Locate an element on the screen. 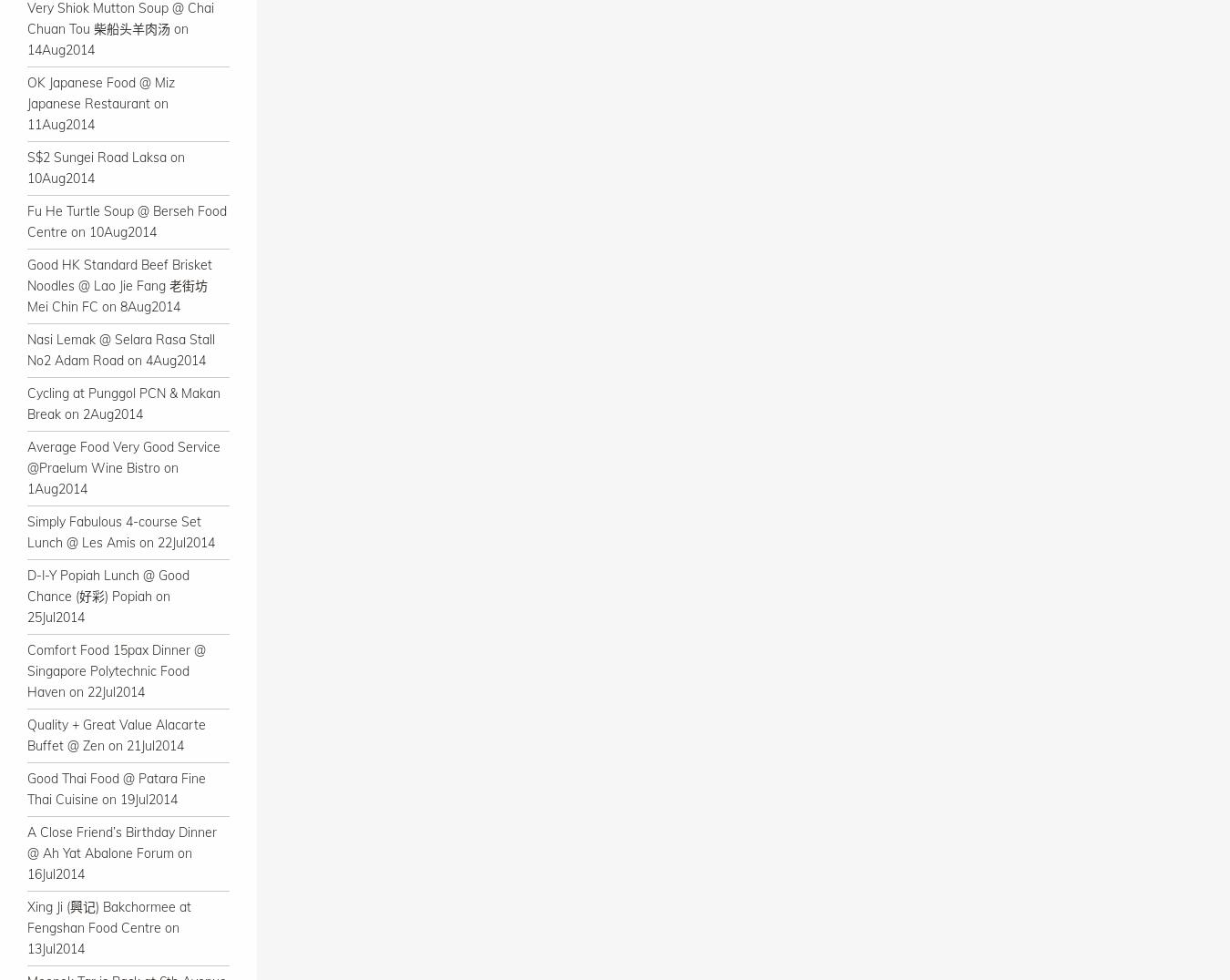  'Good Thai Food @ Patara Fine Thai Cuisine on 19Jul2014' is located at coordinates (116, 789).